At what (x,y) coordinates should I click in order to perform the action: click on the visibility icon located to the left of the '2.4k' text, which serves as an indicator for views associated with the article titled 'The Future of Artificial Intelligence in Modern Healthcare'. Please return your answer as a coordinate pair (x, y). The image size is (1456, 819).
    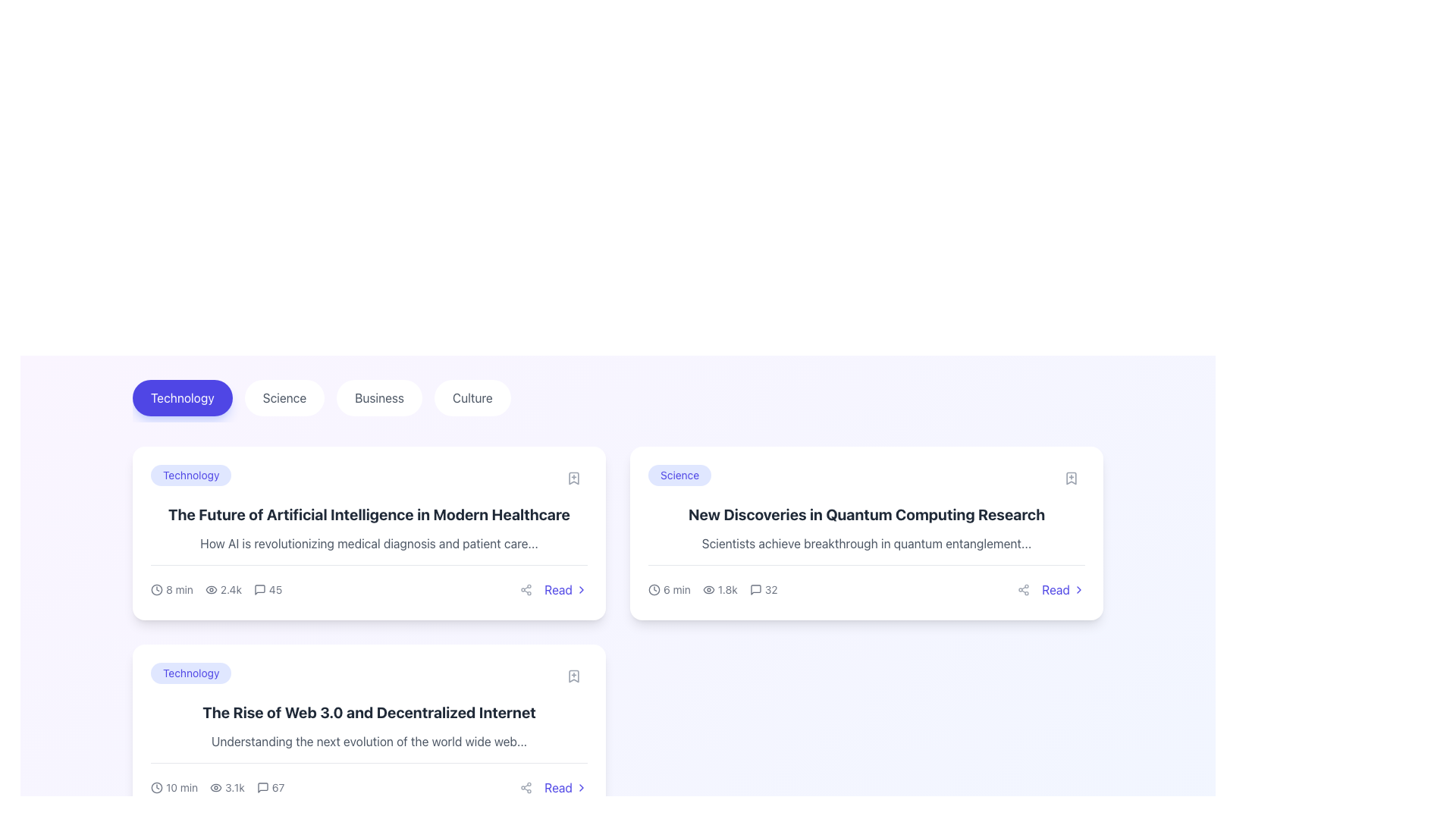
    Looking at the image, I should click on (210, 589).